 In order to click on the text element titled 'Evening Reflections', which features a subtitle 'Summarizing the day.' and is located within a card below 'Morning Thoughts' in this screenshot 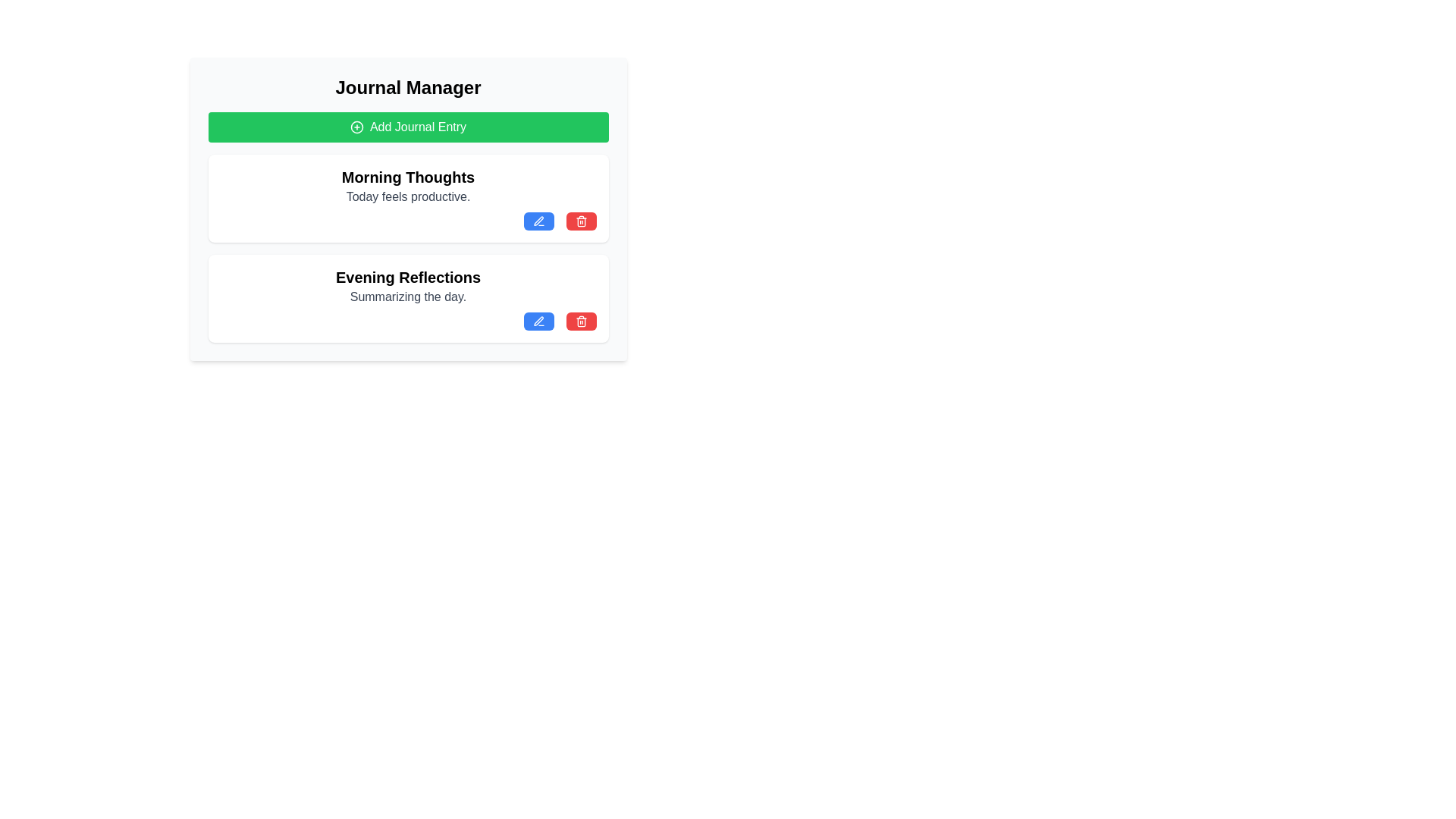, I will do `click(408, 287)`.